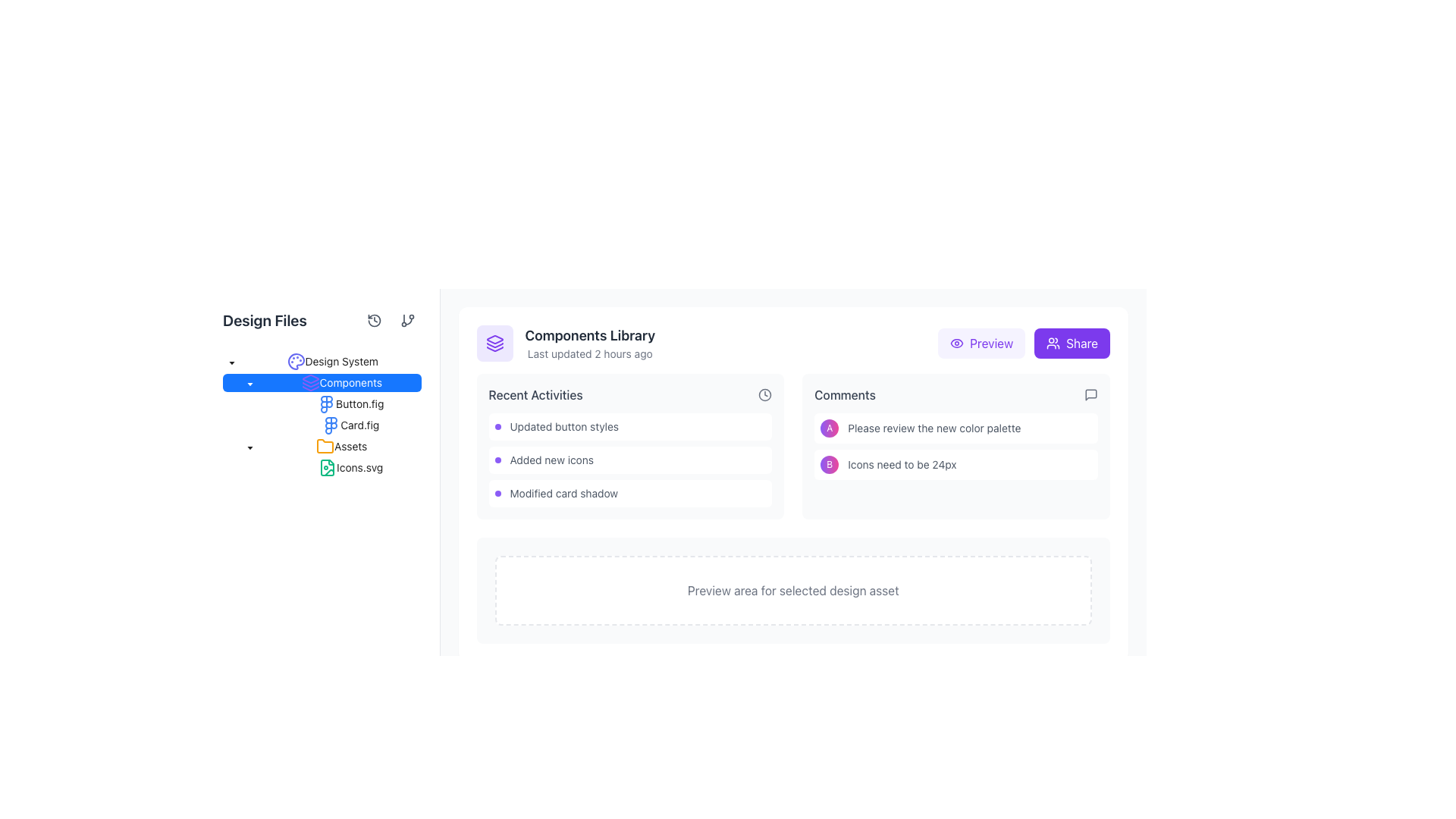 Image resolution: width=1456 pixels, height=819 pixels. Describe the element at coordinates (589, 335) in the screenshot. I see `the heading element that describes the 'Components Library' section, located at the top-left corner of the panel` at that location.